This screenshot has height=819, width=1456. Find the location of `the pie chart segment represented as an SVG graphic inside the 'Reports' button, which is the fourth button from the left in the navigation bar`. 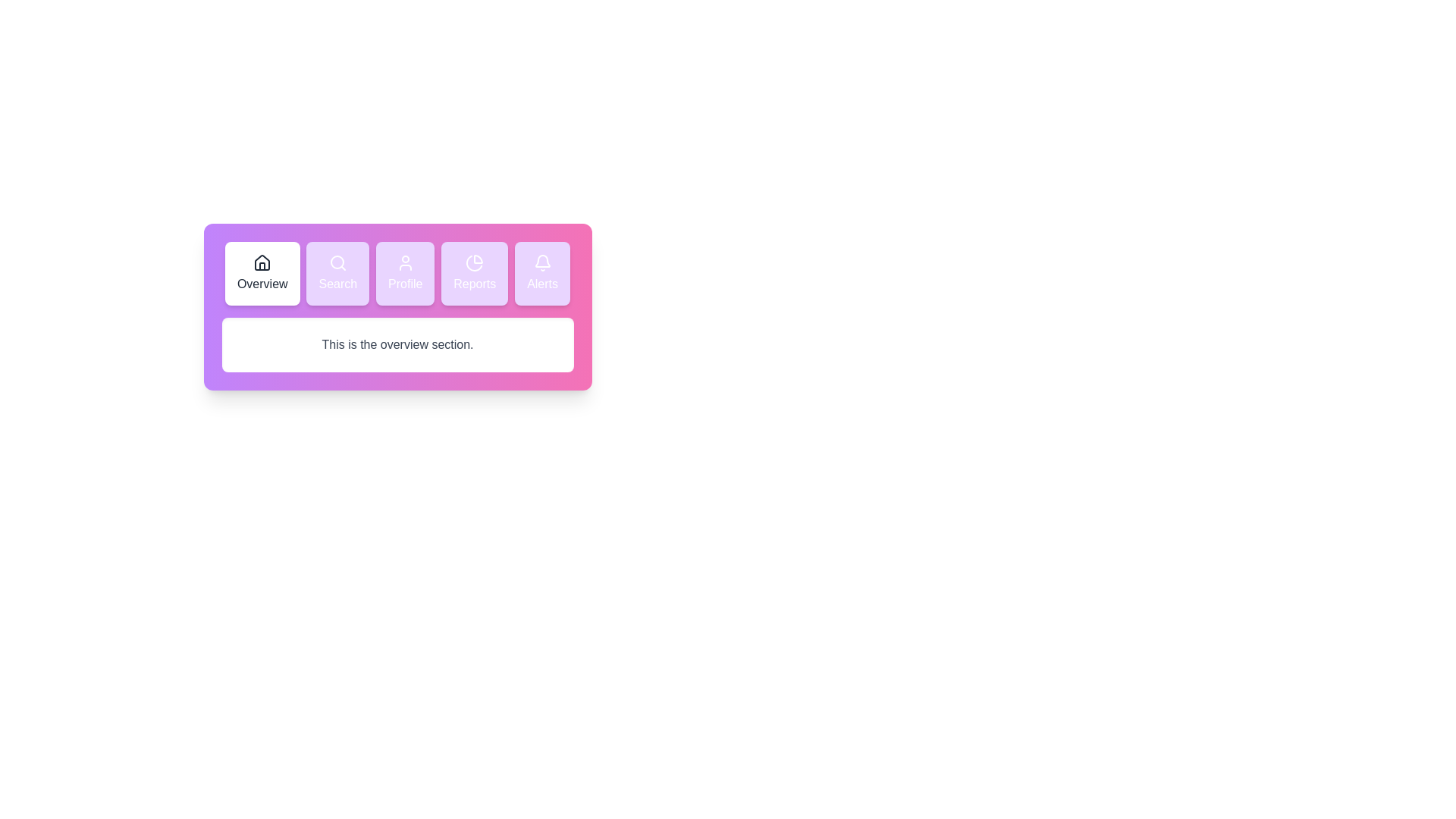

the pie chart segment represented as an SVG graphic inside the 'Reports' button, which is the fourth button from the left in the navigation bar is located at coordinates (473, 262).